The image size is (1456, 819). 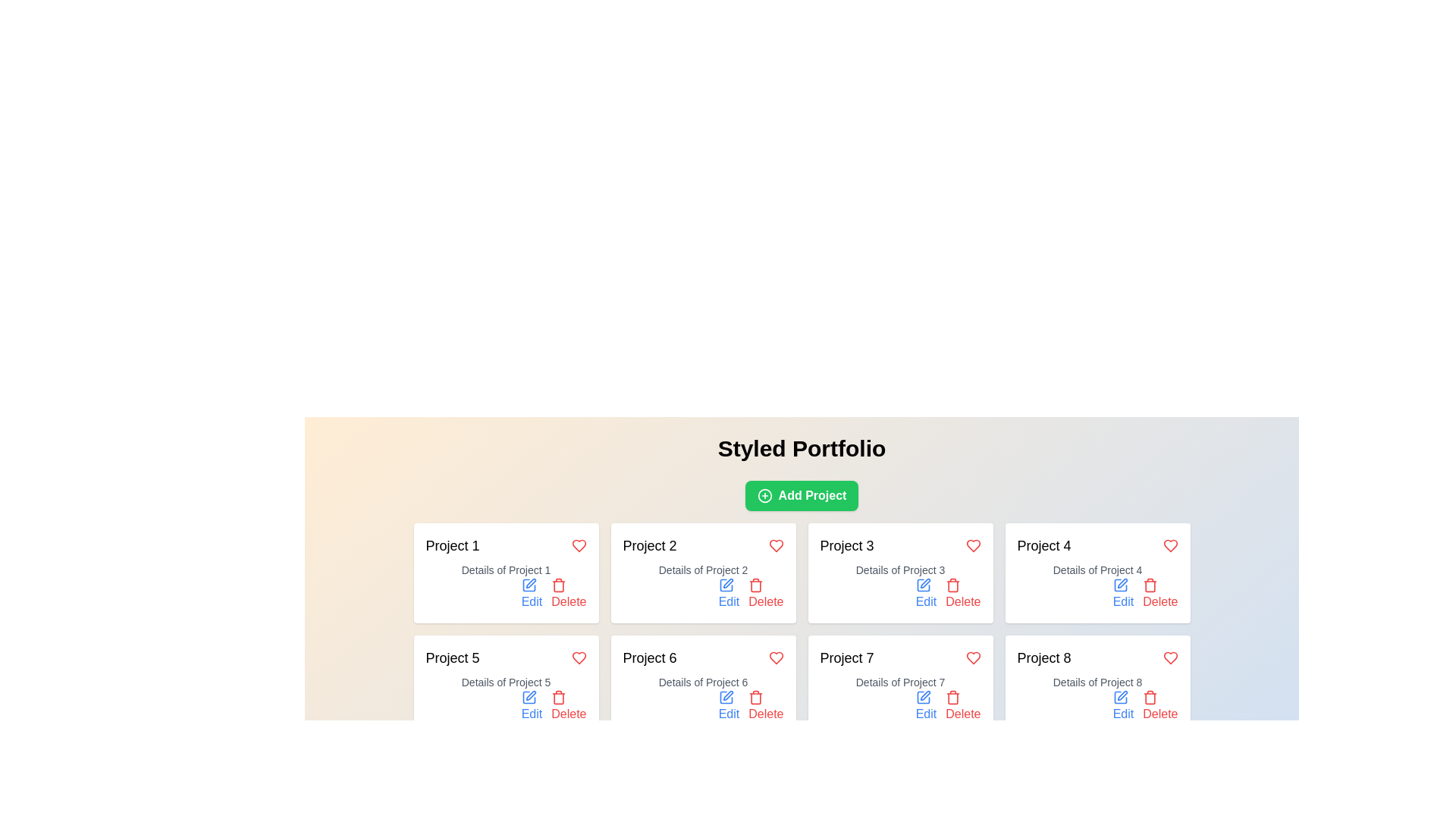 I want to click on the editing tool/icon located within the 'Edit' button of the 'Project 7' card, positioned in the sixth slot among visible cards, so click(x=922, y=698).